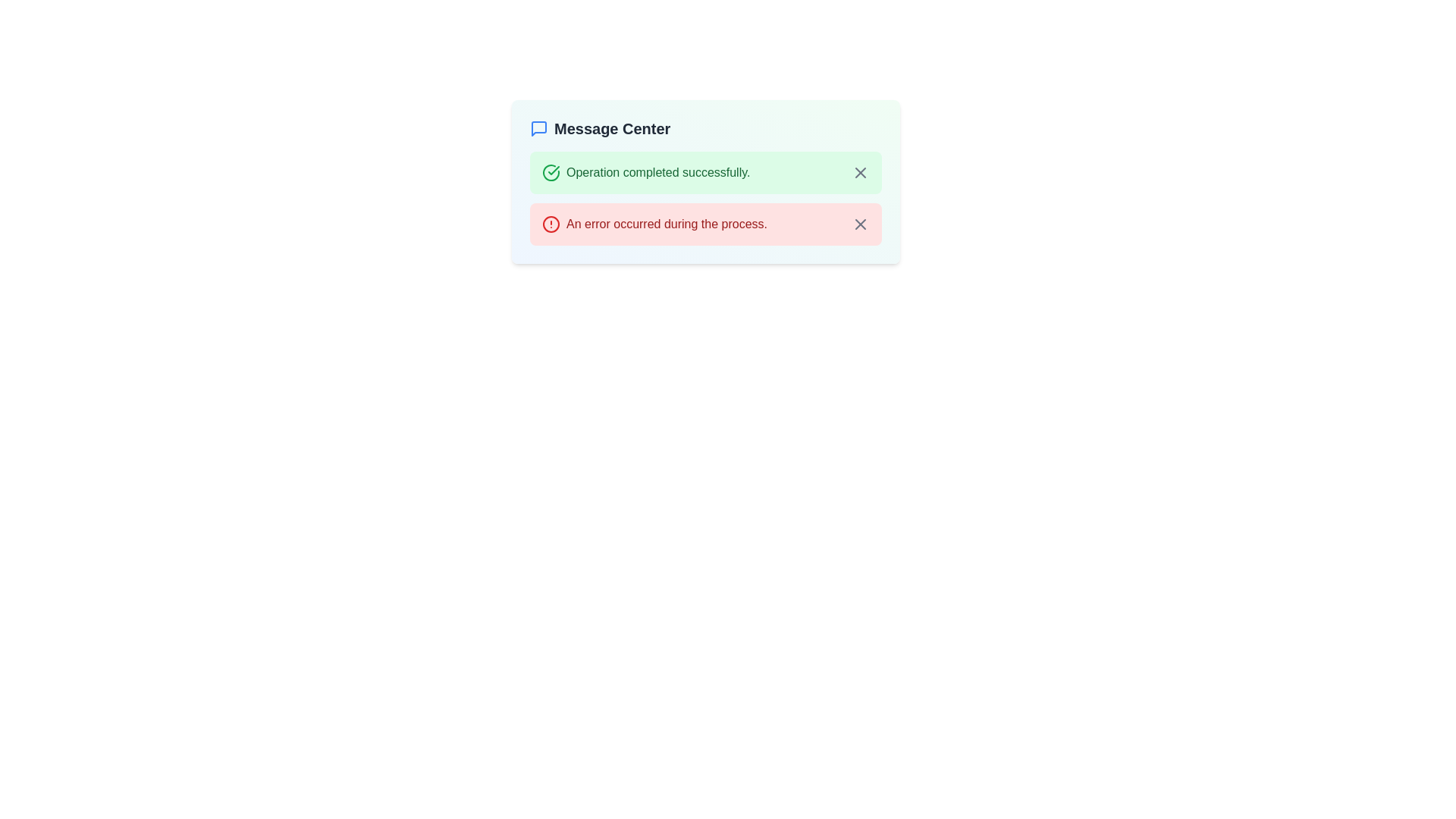  I want to click on notification text from the first notification banner in the Message Center, which indicates the successful completion of an operation, so click(705, 171).